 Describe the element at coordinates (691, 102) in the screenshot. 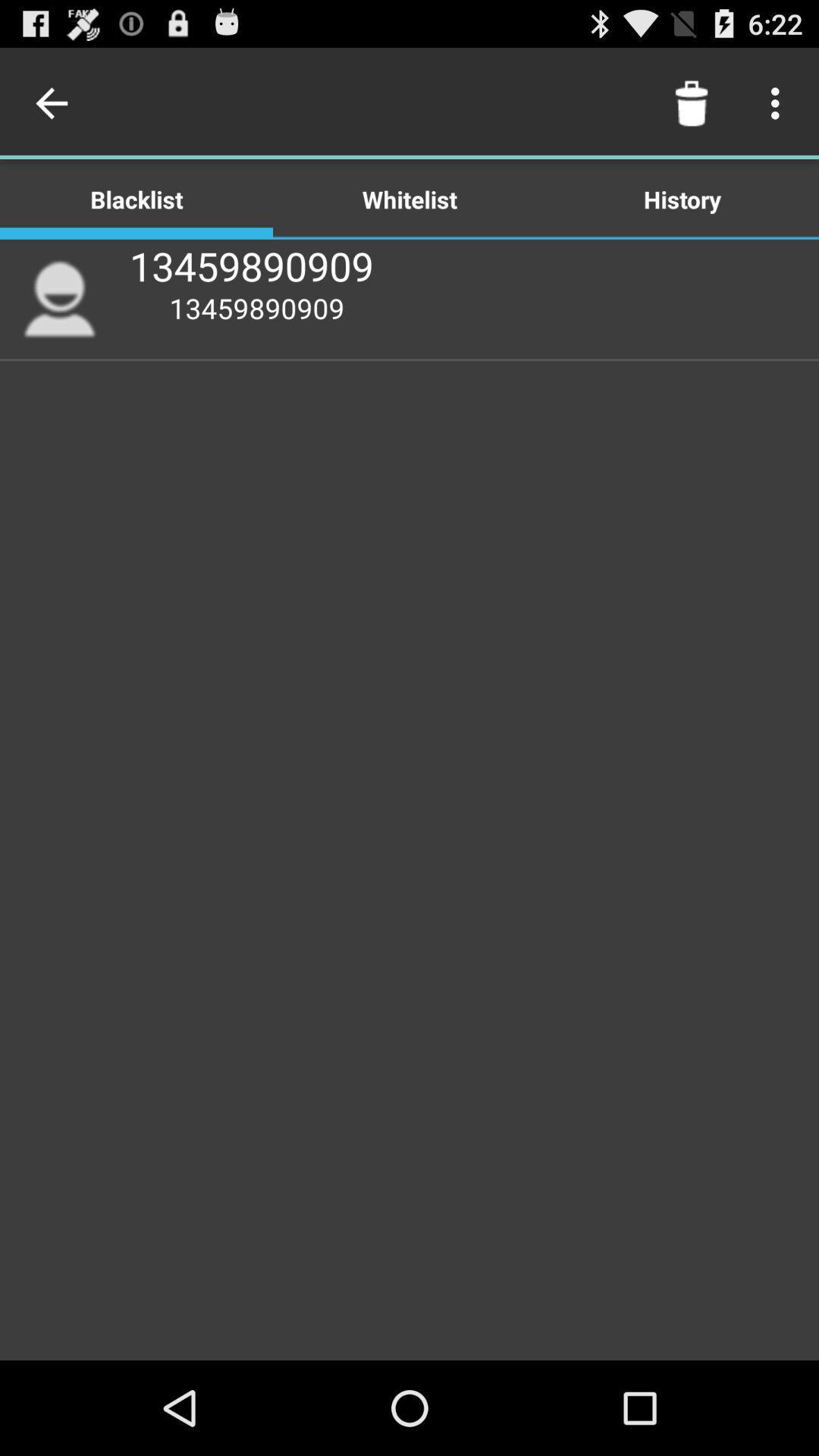

I see `icon to the right of whitelist icon` at that location.